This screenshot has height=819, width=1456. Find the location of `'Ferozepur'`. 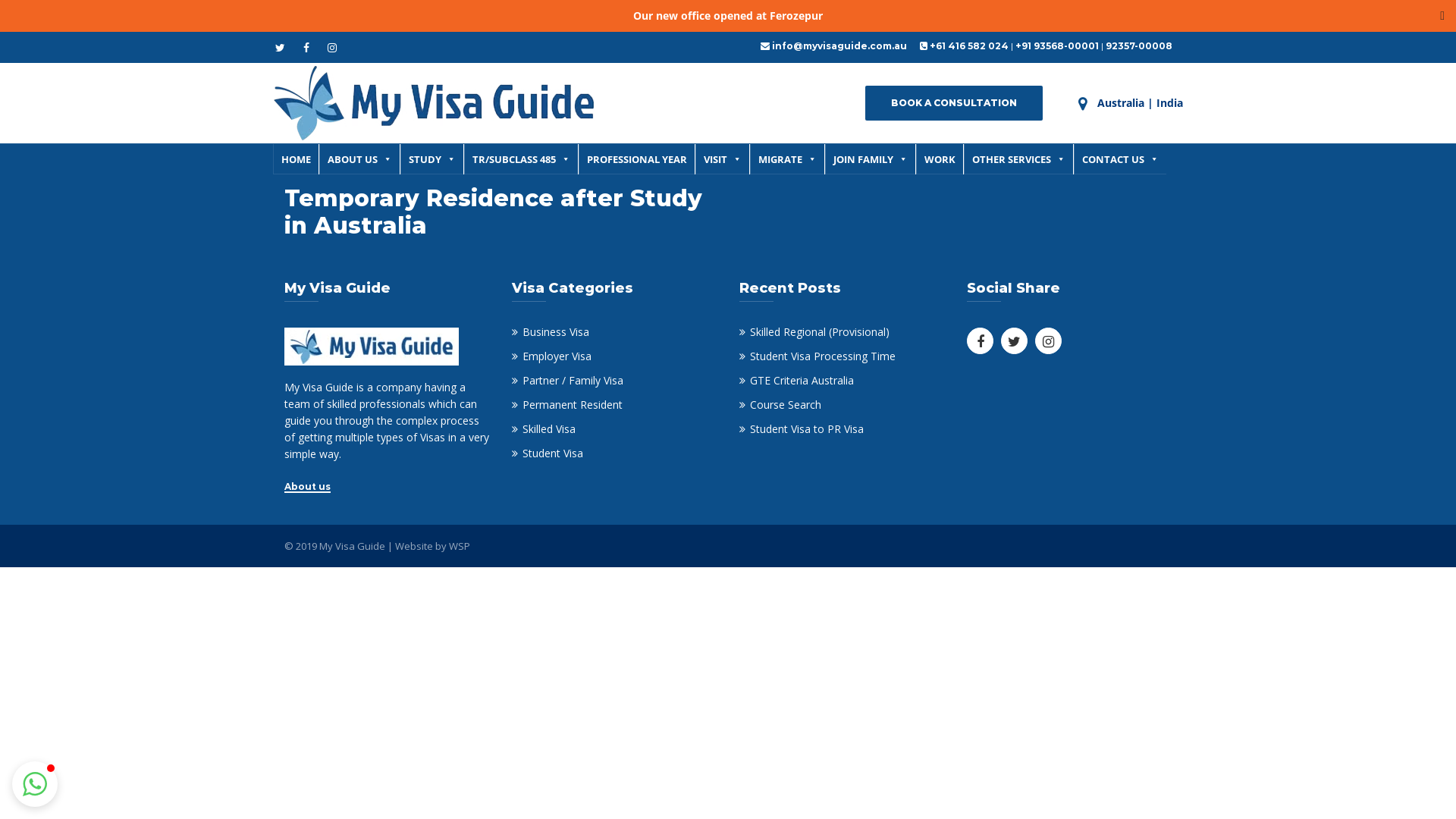

'Ferozepur' is located at coordinates (769, 15).